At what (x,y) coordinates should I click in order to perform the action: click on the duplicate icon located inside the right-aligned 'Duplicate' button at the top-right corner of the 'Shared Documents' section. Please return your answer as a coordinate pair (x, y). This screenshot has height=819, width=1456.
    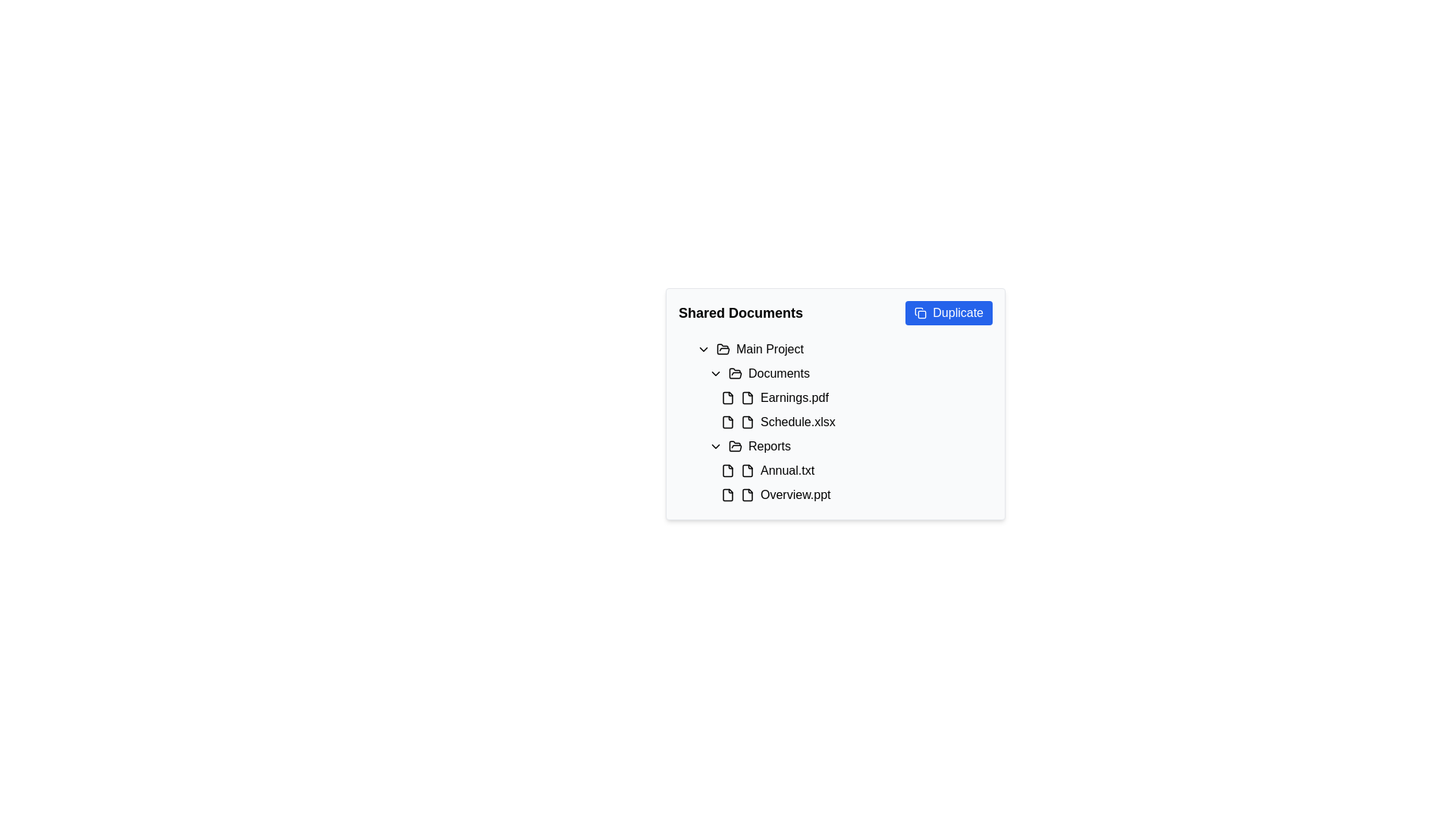
    Looking at the image, I should click on (920, 312).